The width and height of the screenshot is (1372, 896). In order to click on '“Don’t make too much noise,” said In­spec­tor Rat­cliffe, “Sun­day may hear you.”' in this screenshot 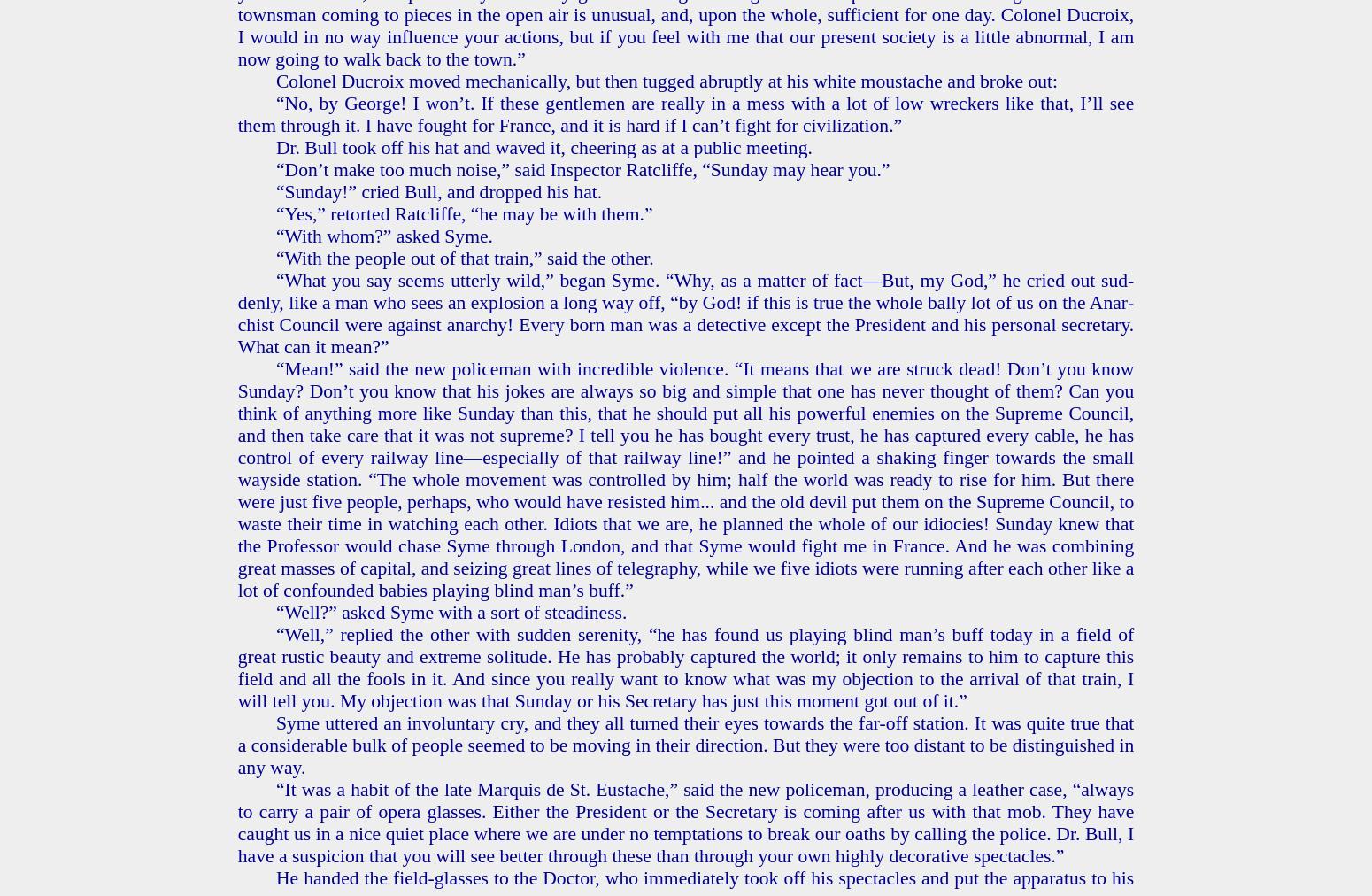, I will do `click(581, 168)`.